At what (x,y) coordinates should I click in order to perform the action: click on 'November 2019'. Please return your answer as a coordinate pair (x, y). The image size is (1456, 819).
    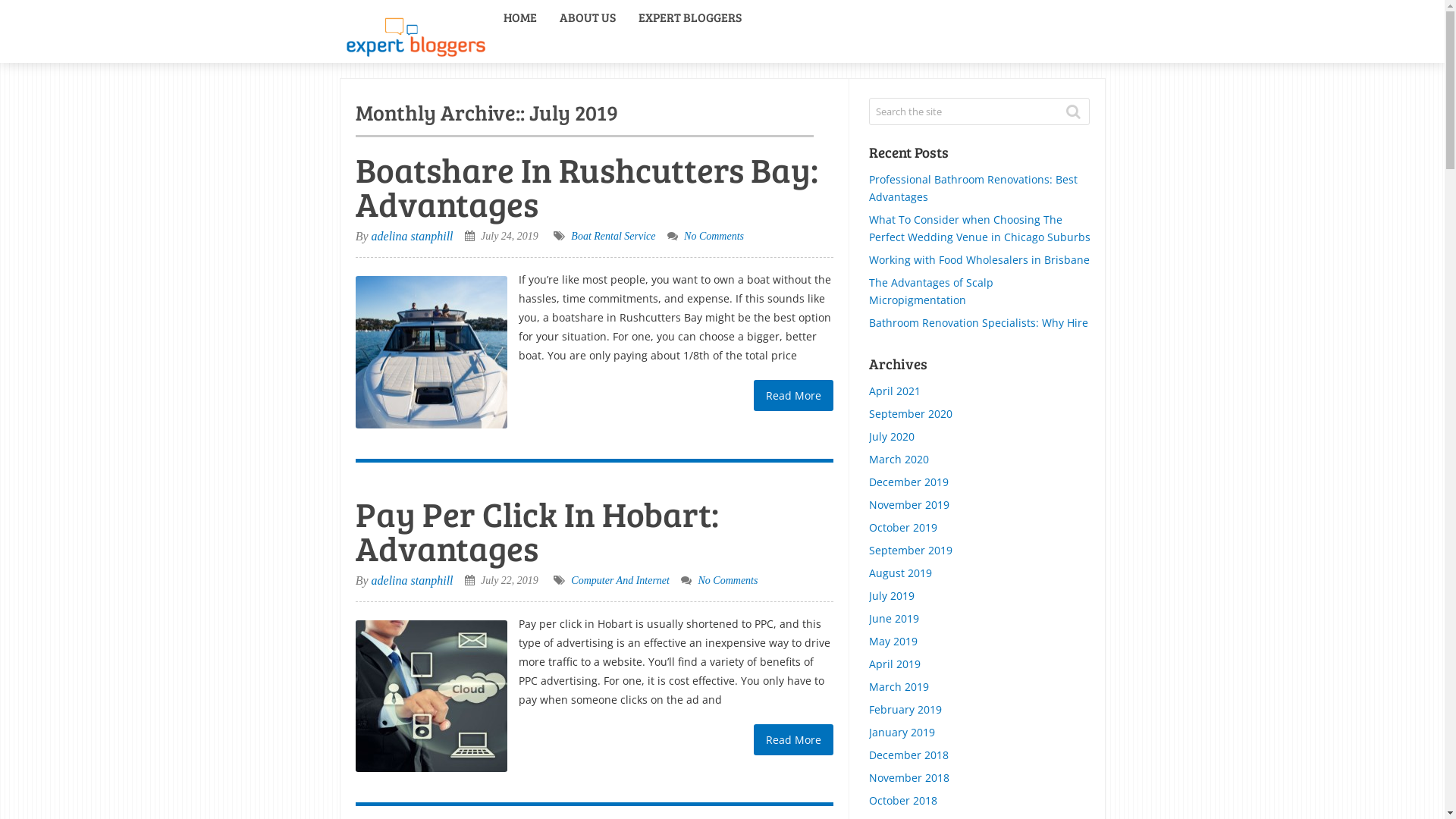
    Looking at the image, I should click on (909, 504).